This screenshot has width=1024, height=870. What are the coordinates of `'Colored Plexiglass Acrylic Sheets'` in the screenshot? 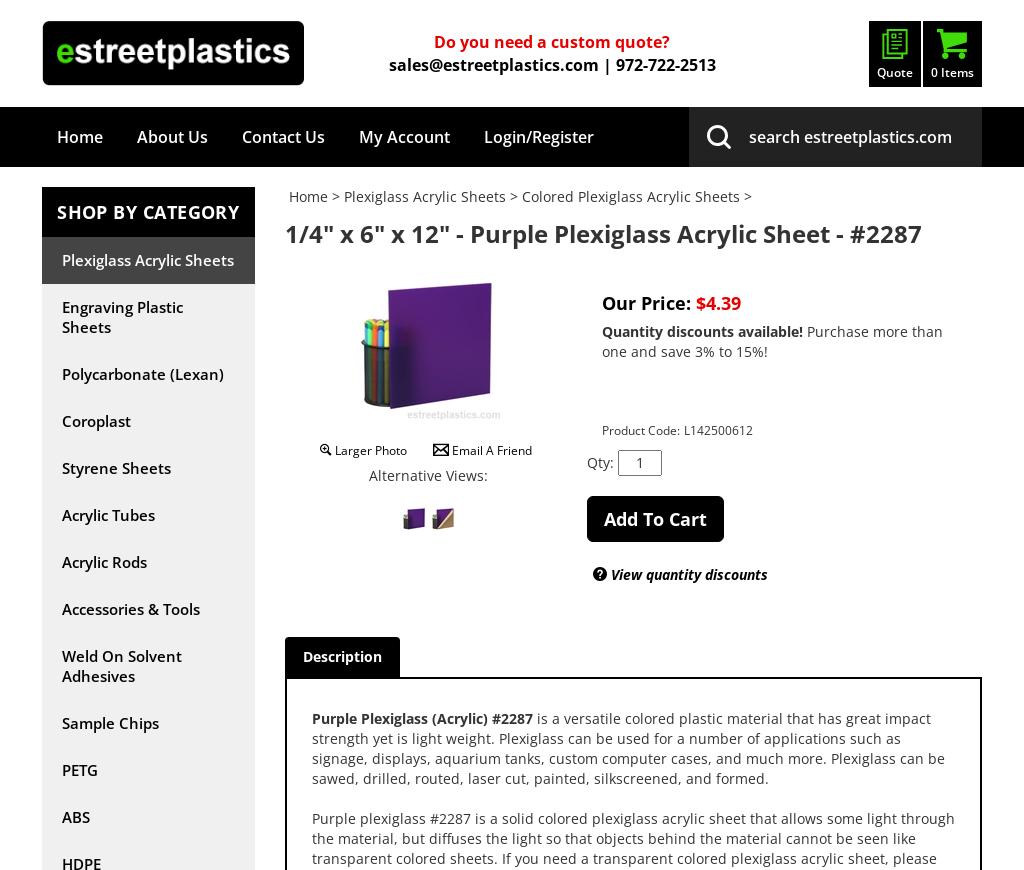 It's located at (629, 195).